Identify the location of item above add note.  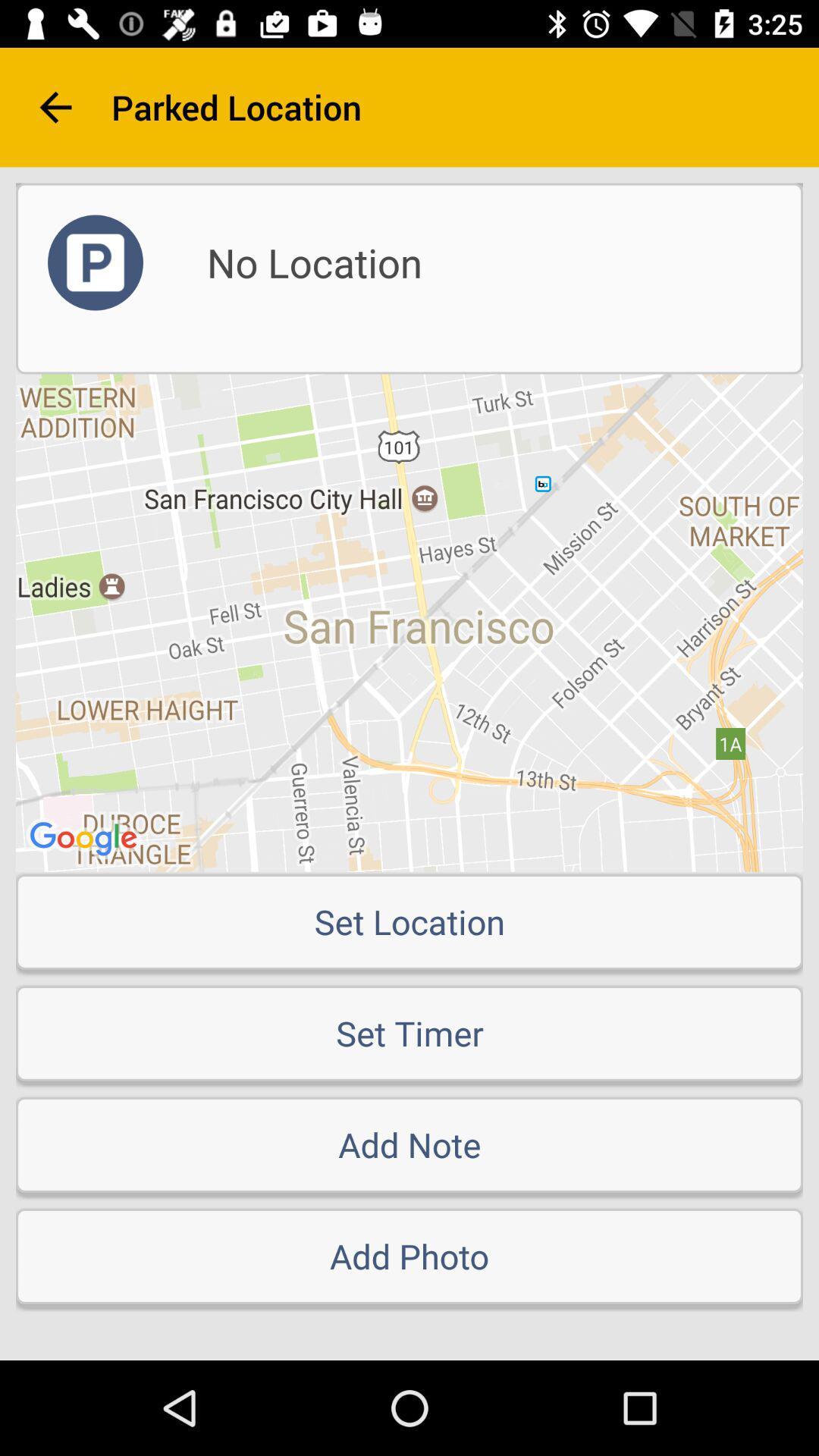
(409, 1032).